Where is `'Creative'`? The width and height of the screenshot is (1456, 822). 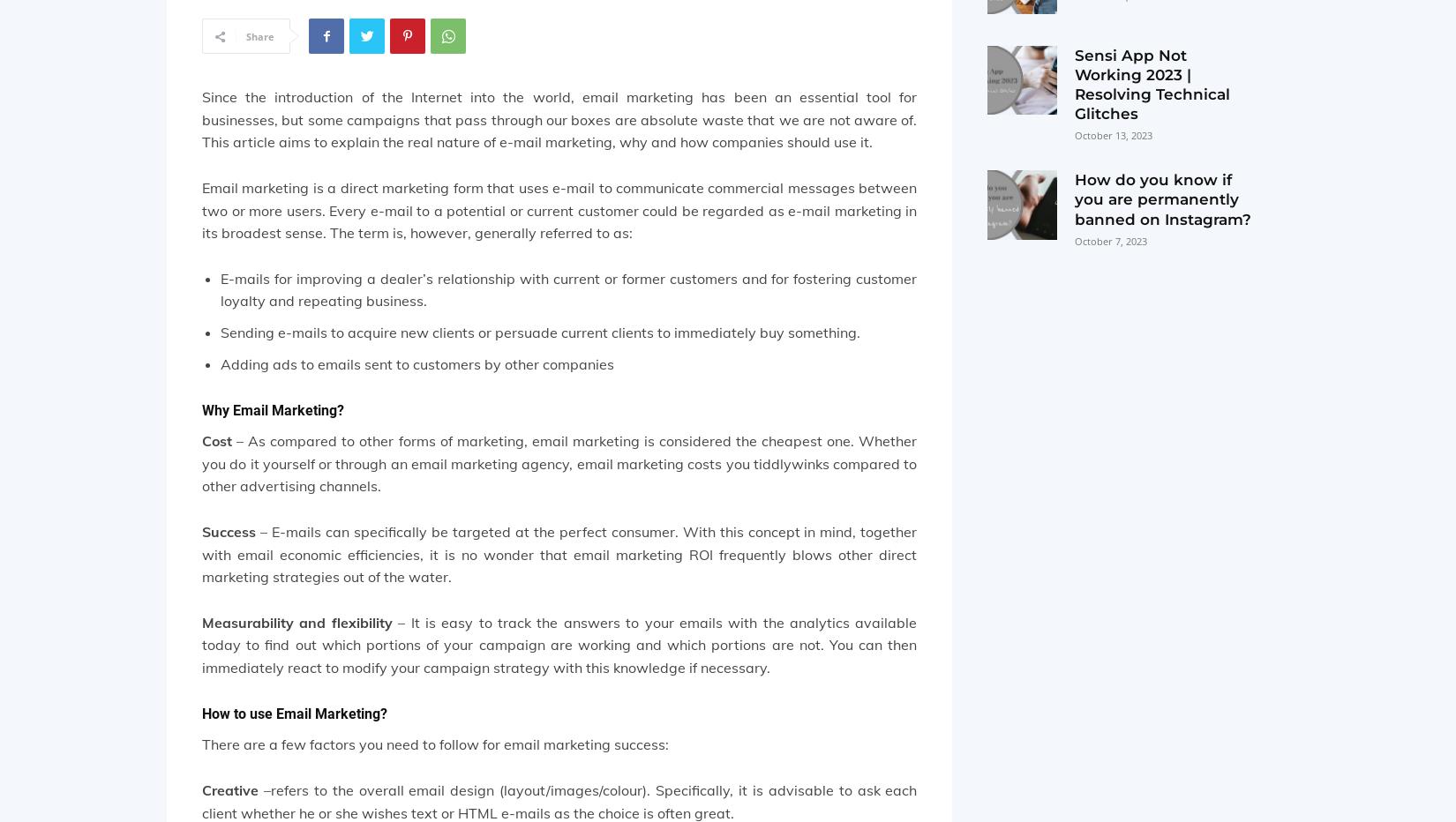 'Creative' is located at coordinates (230, 790).